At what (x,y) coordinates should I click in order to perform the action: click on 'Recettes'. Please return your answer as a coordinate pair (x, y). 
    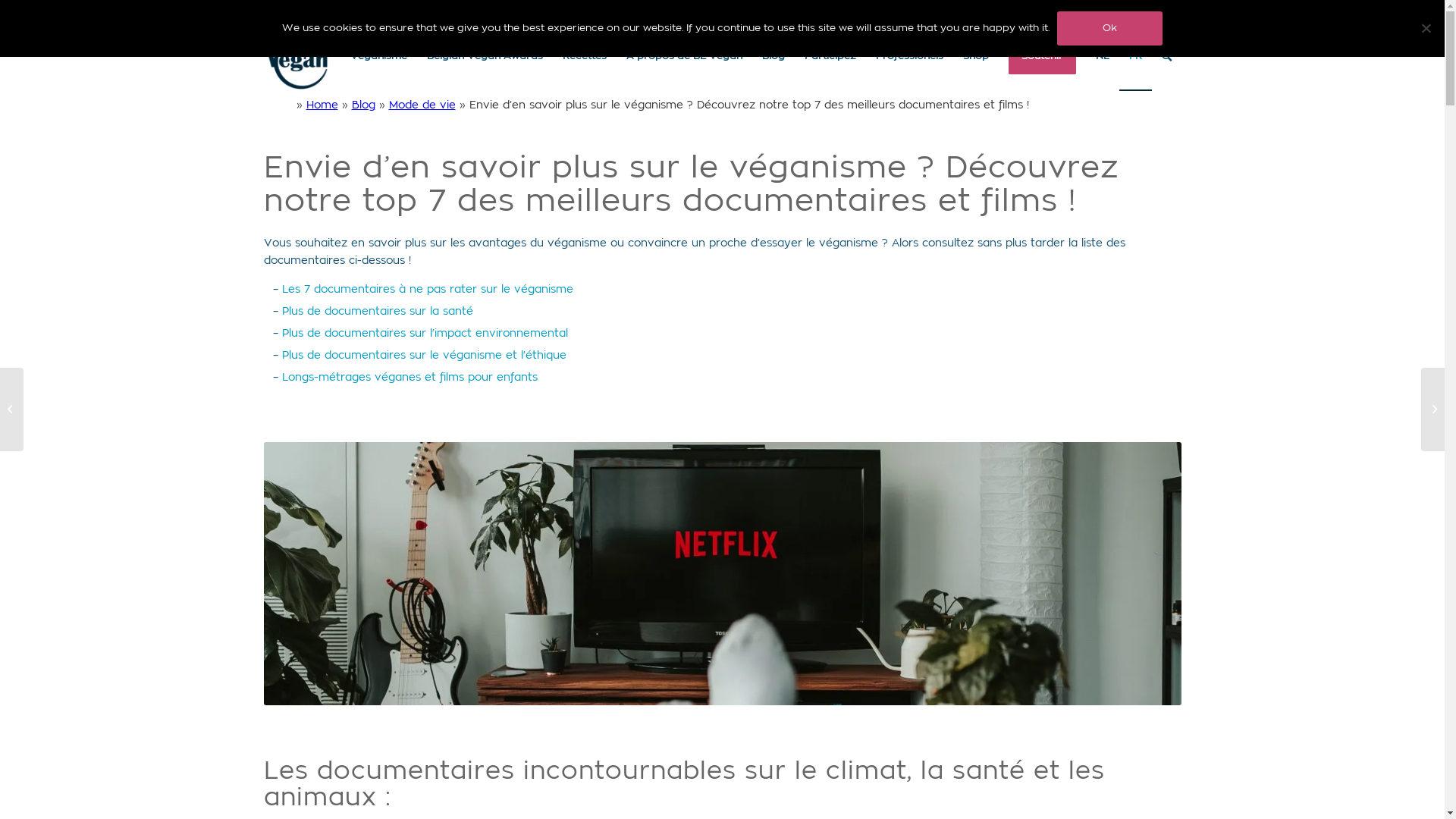
    Looking at the image, I should click on (582, 55).